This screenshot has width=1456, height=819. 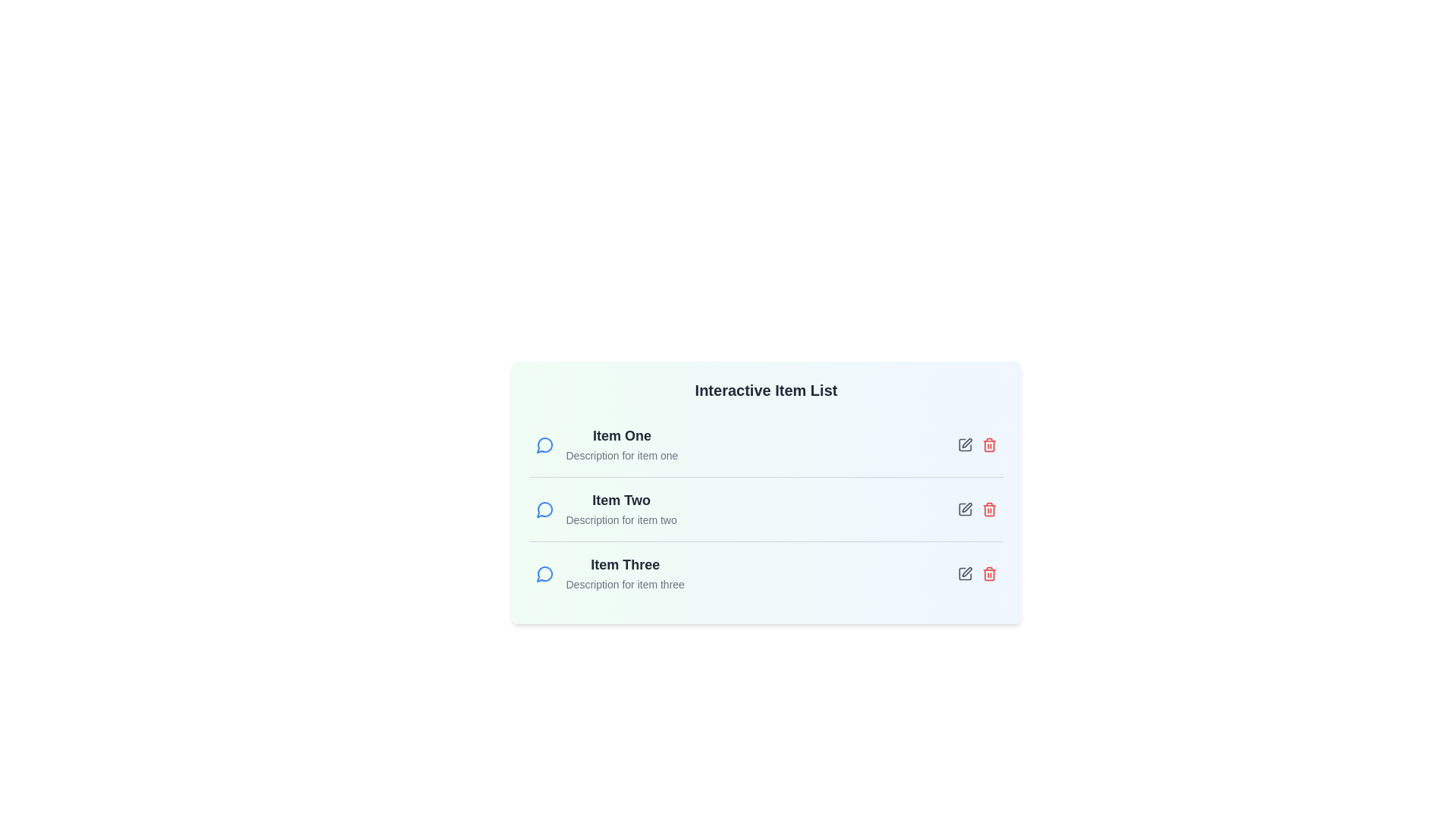 What do you see at coordinates (766, 390) in the screenshot?
I see `the heading of the list to interact with it` at bounding box center [766, 390].